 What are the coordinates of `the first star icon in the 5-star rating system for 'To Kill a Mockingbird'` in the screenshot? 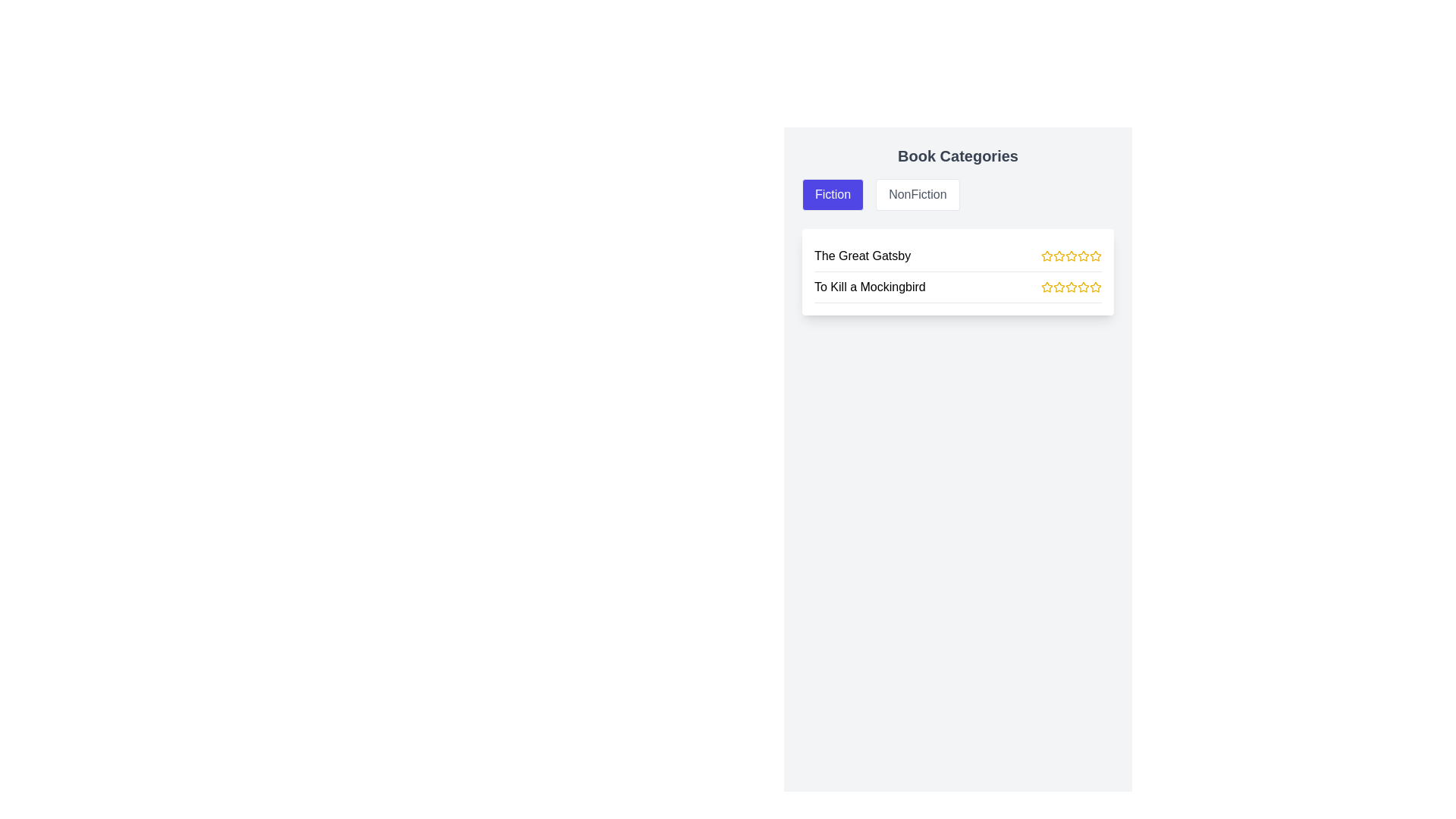 It's located at (1046, 287).